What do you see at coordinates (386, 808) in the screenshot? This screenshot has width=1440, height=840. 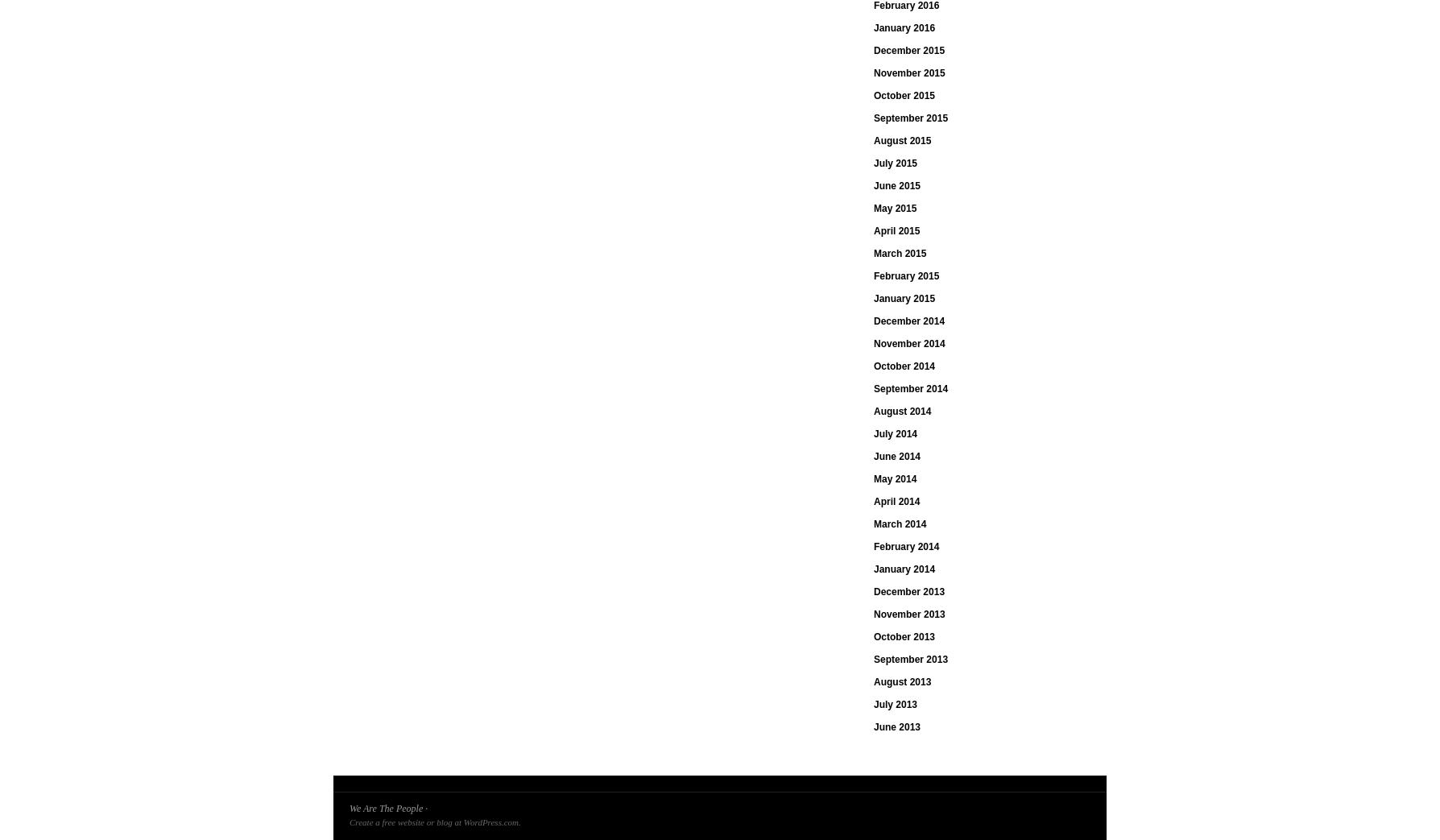 I see `'We Are The People'` at bounding box center [386, 808].